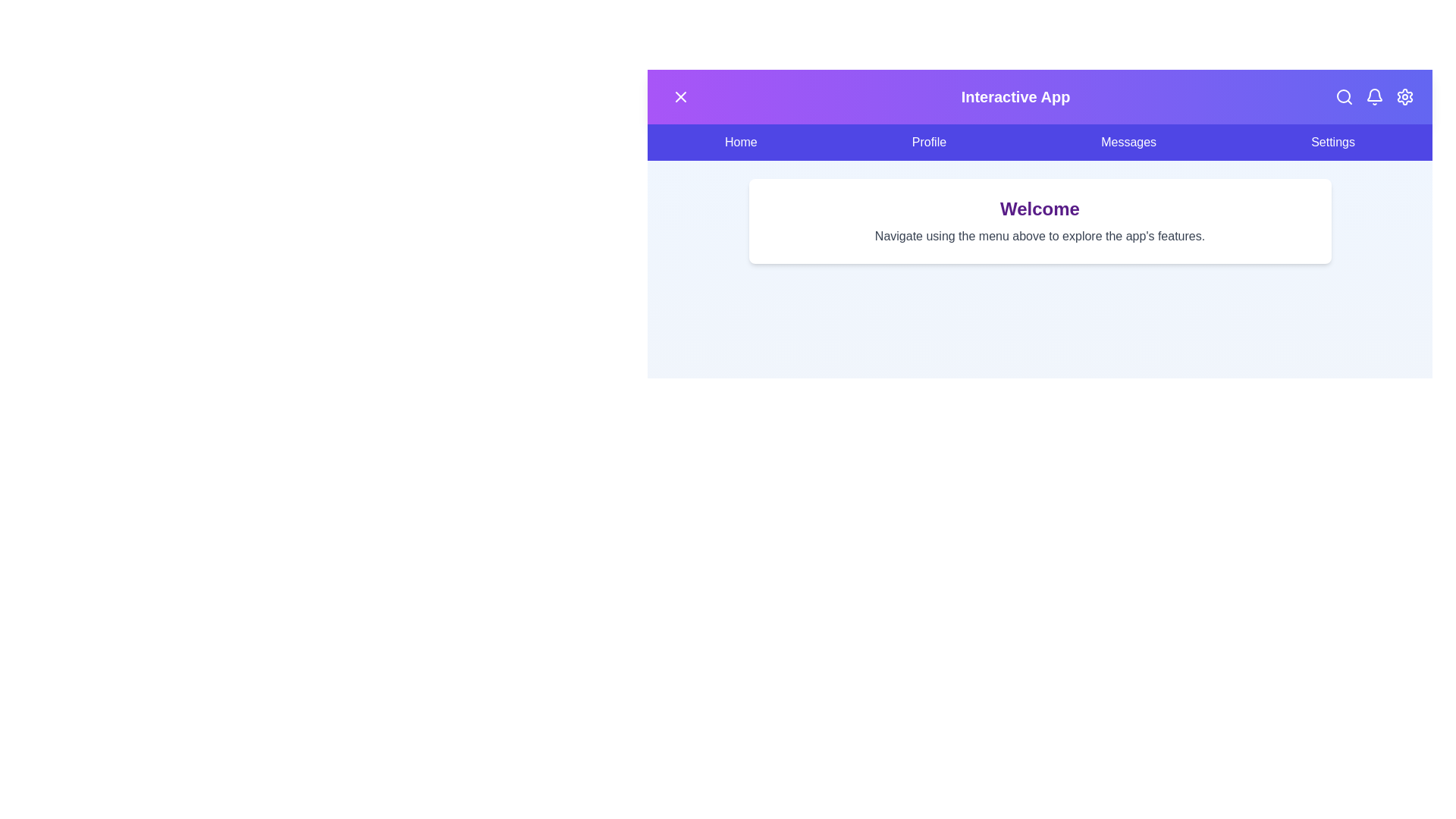  Describe the element at coordinates (679, 96) in the screenshot. I see `the menu button to toggle the menu state` at that location.